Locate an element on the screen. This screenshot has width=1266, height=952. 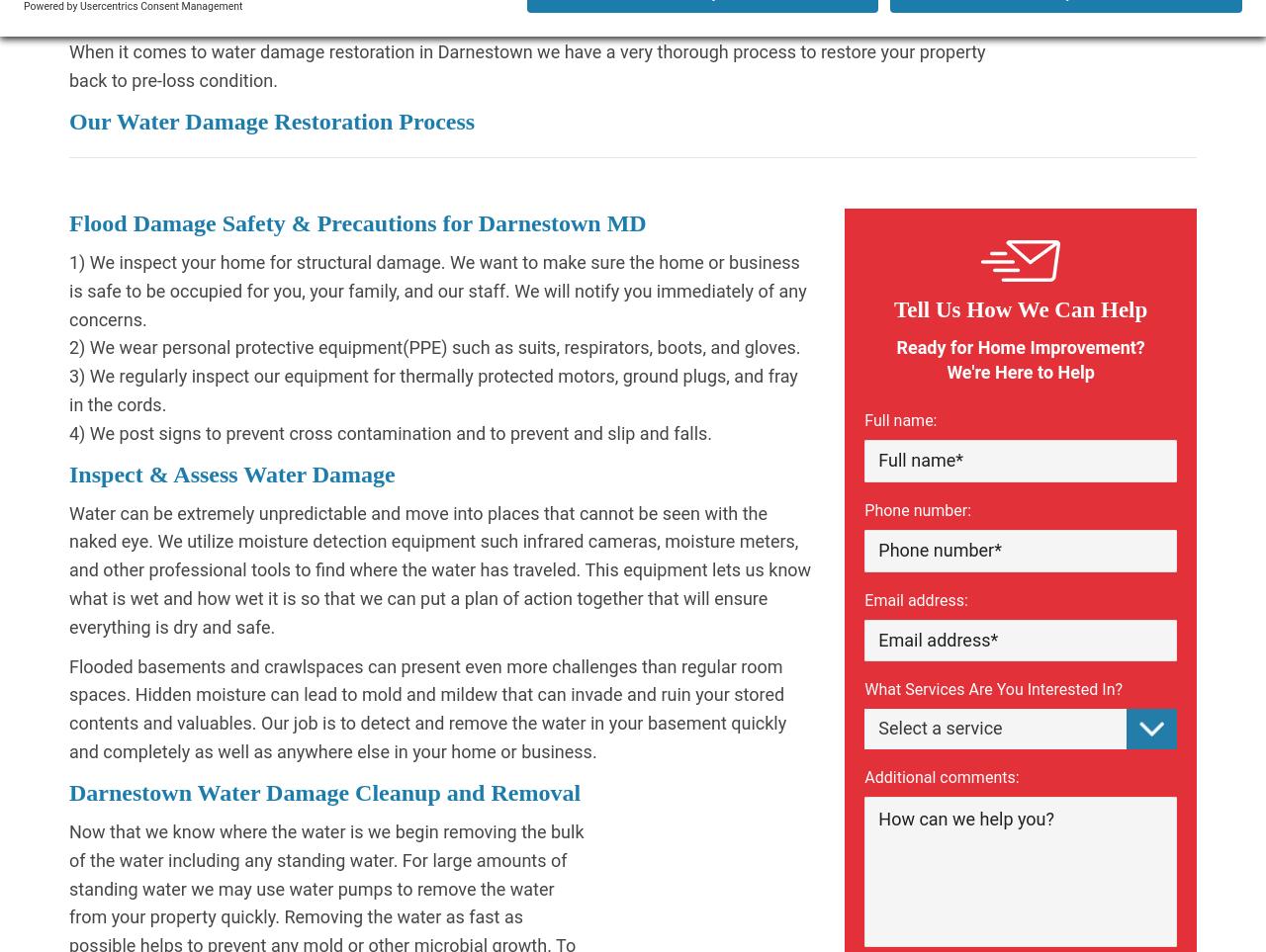
'2) We wear personal protective equipment(PPE) such as suits, respirators, boots, and gloves.' is located at coordinates (433, 346).